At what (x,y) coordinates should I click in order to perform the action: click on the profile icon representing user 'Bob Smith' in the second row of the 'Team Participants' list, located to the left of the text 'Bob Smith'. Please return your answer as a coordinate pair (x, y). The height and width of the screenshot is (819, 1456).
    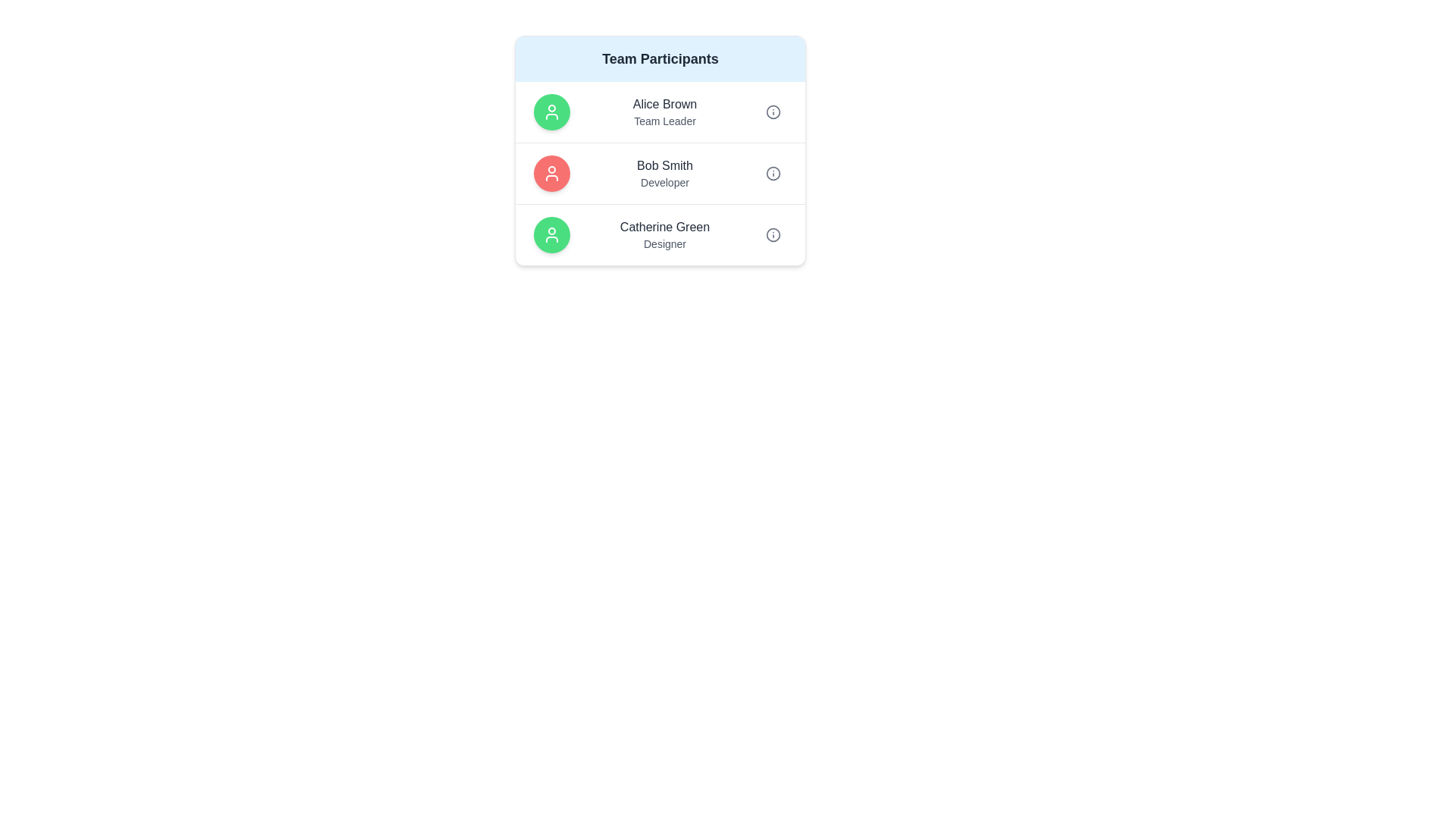
    Looking at the image, I should click on (551, 172).